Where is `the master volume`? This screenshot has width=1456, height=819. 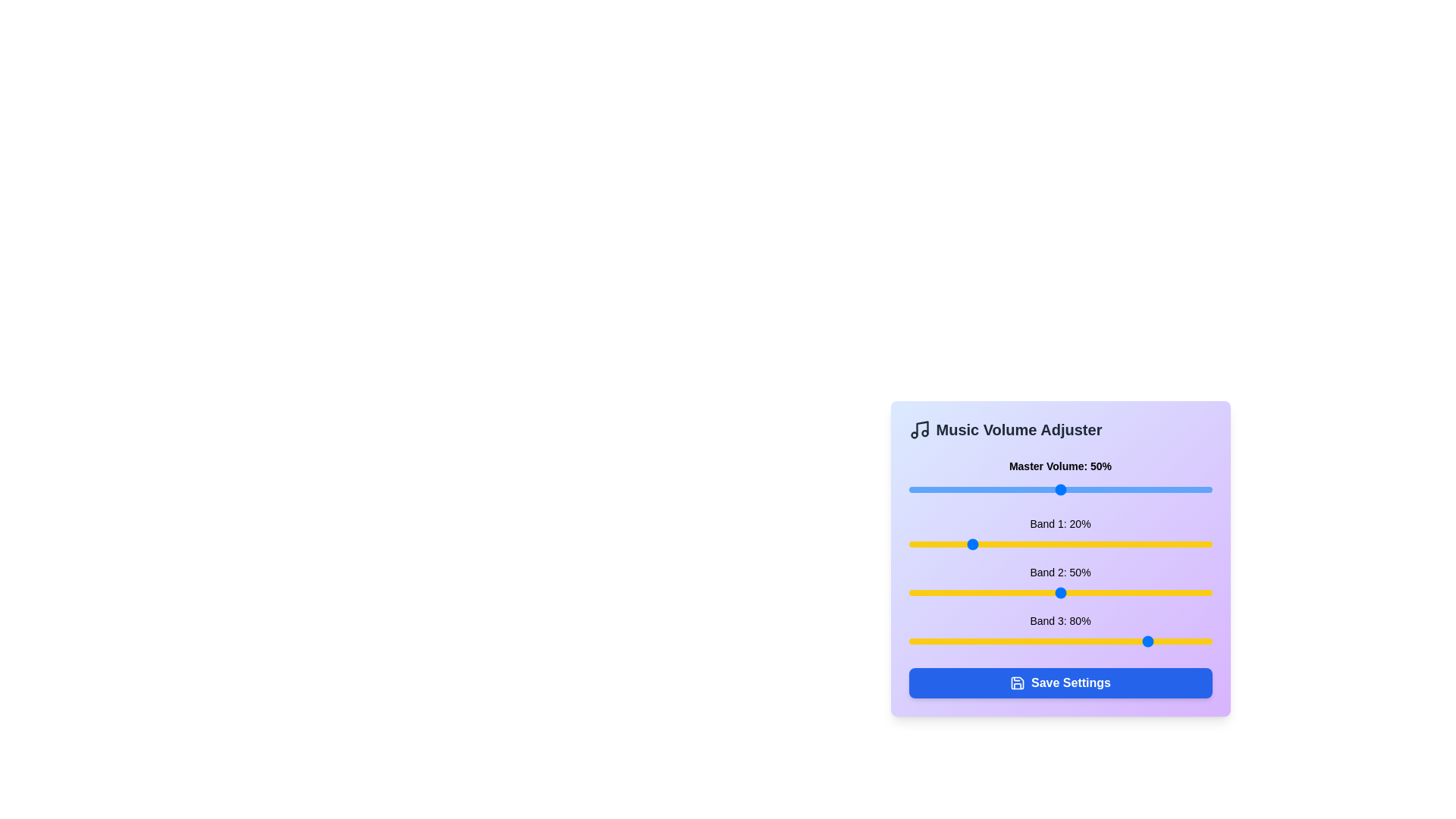
the master volume is located at coordinates (1159, 489).